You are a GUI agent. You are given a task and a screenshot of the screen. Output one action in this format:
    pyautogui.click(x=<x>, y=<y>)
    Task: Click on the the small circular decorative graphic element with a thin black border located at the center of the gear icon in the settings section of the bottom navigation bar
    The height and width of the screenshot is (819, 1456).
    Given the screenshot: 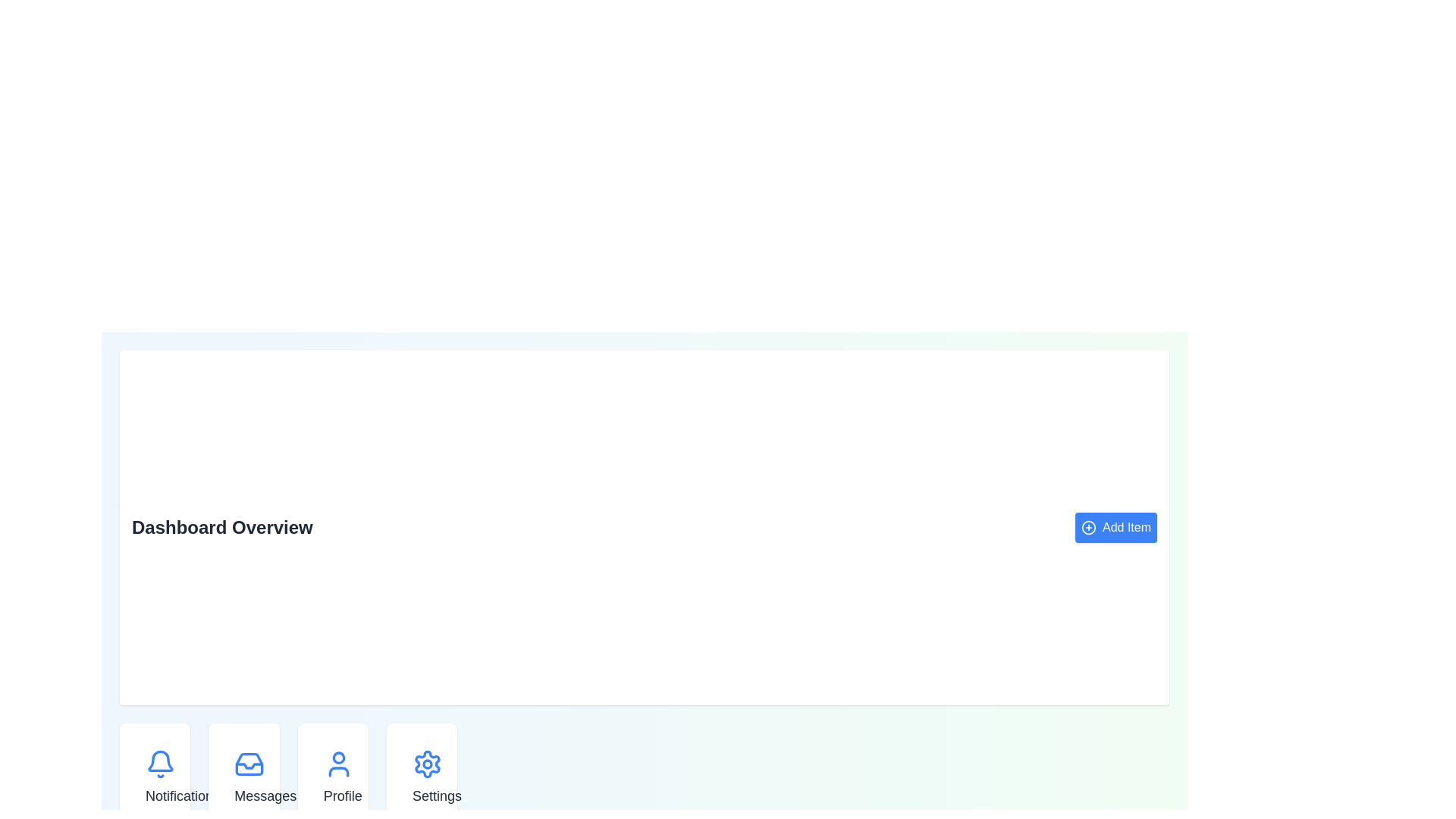 What is the action you would take?
    pyautogui.click(x=427, y=764)
    